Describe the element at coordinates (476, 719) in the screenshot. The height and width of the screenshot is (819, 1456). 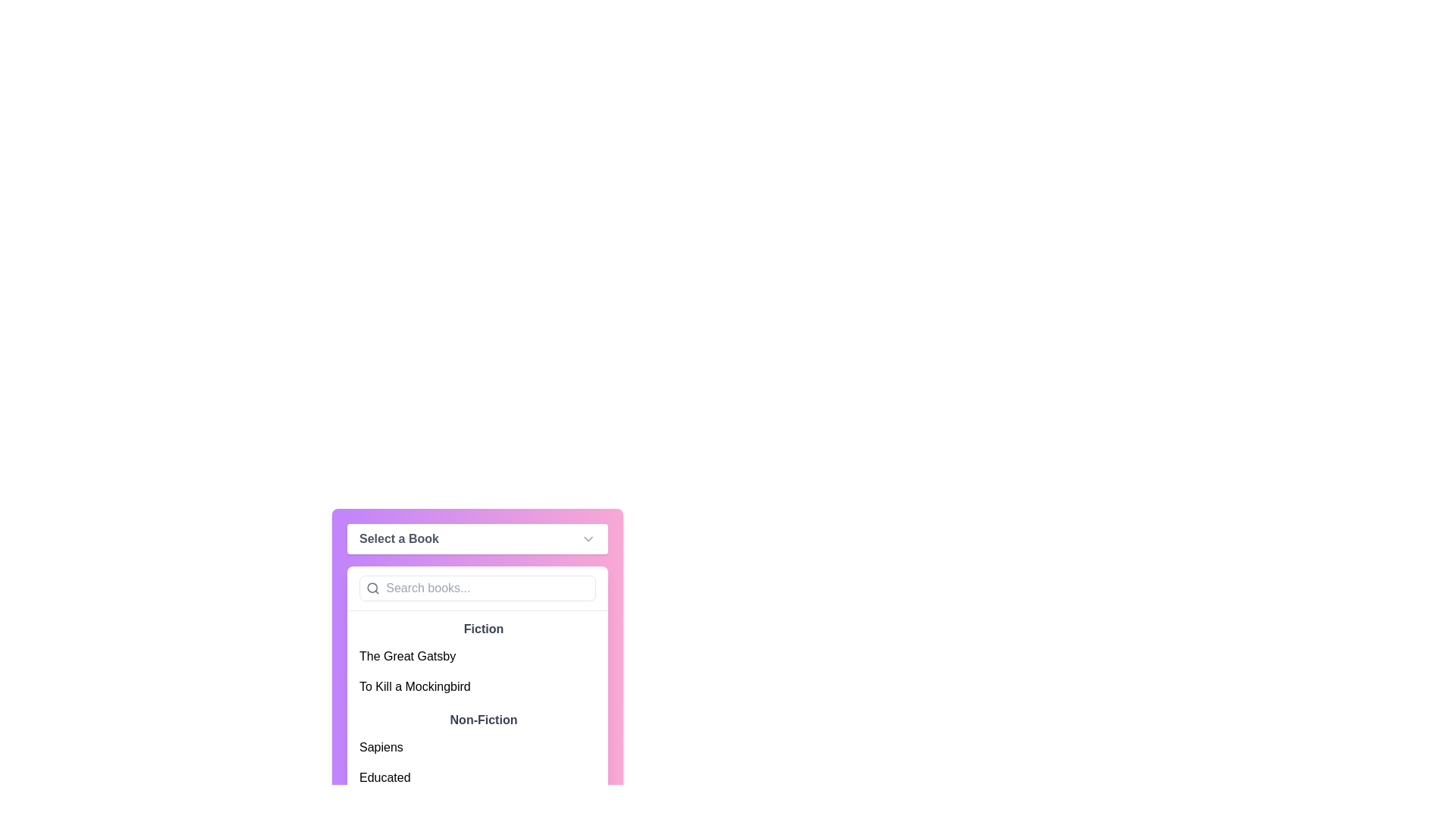
I see `the text label reading 'Non-Fiction', which is styled with a bold font and dark gray color, located in the dropdown area under the header 'Fiction'` at that location.